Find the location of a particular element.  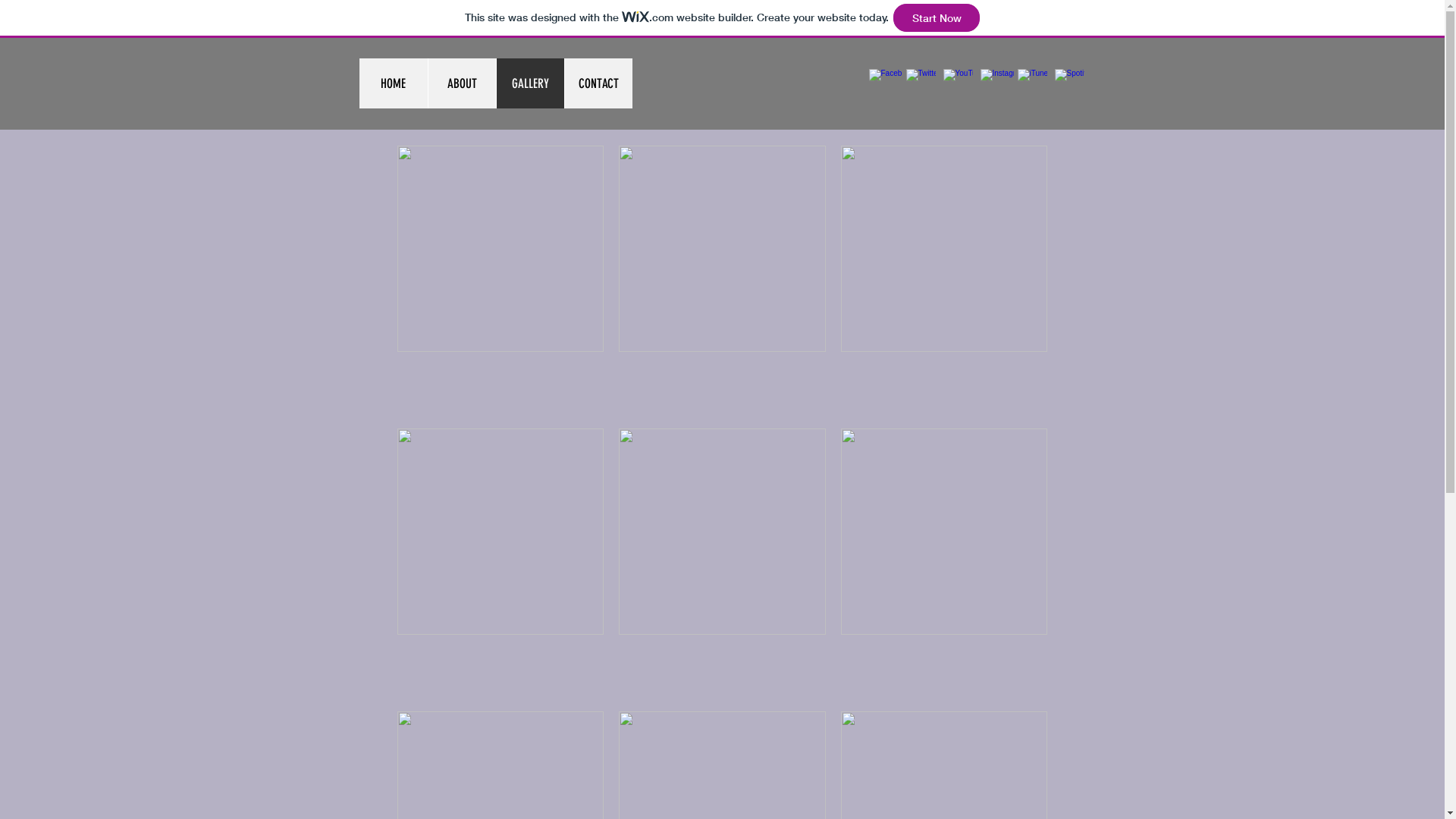

'HOME' is located at coordinates (359, 83).